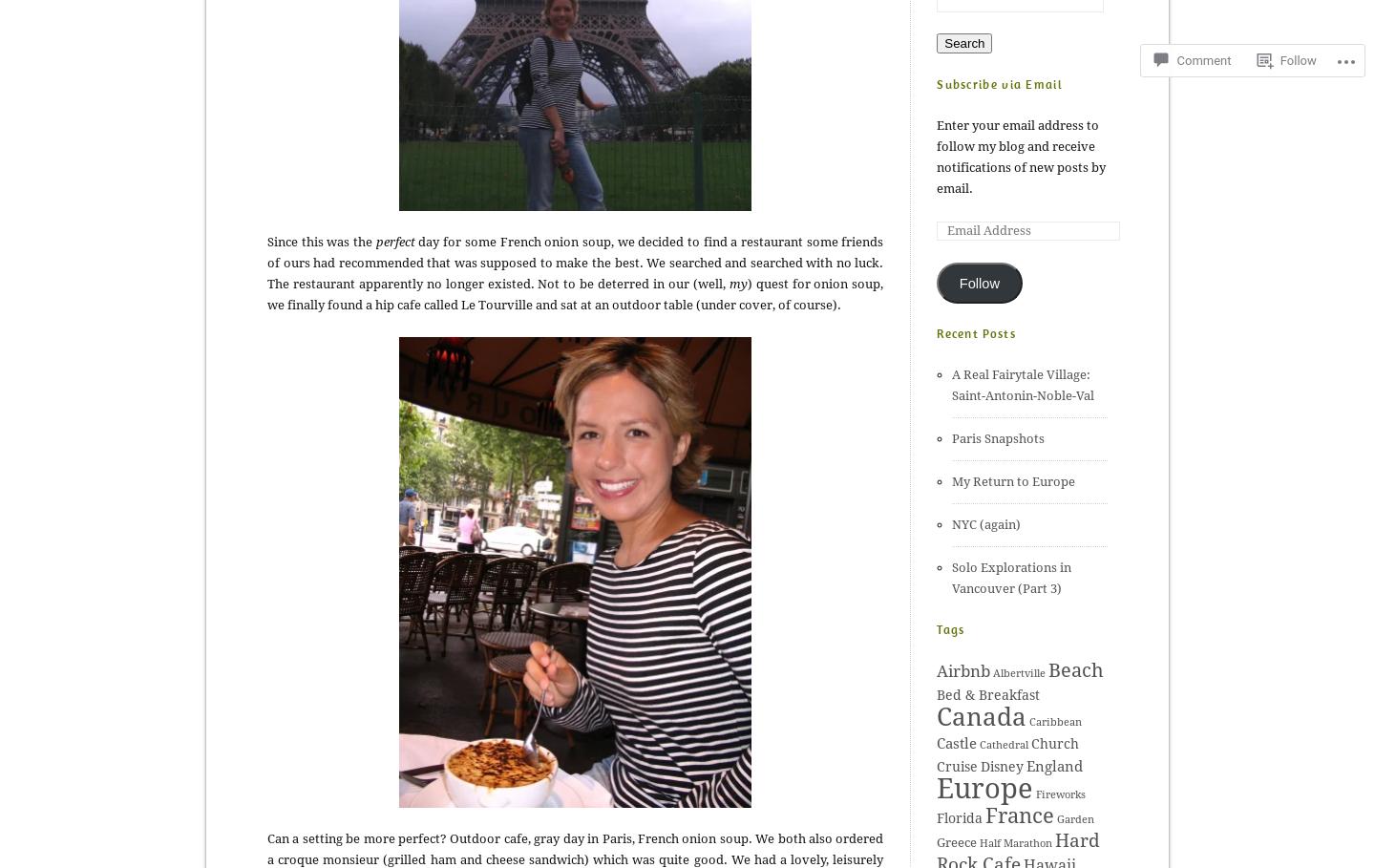  Describe the element at coordinates (1074, 818) in the screenshot. I see `'Garden'` at that location.